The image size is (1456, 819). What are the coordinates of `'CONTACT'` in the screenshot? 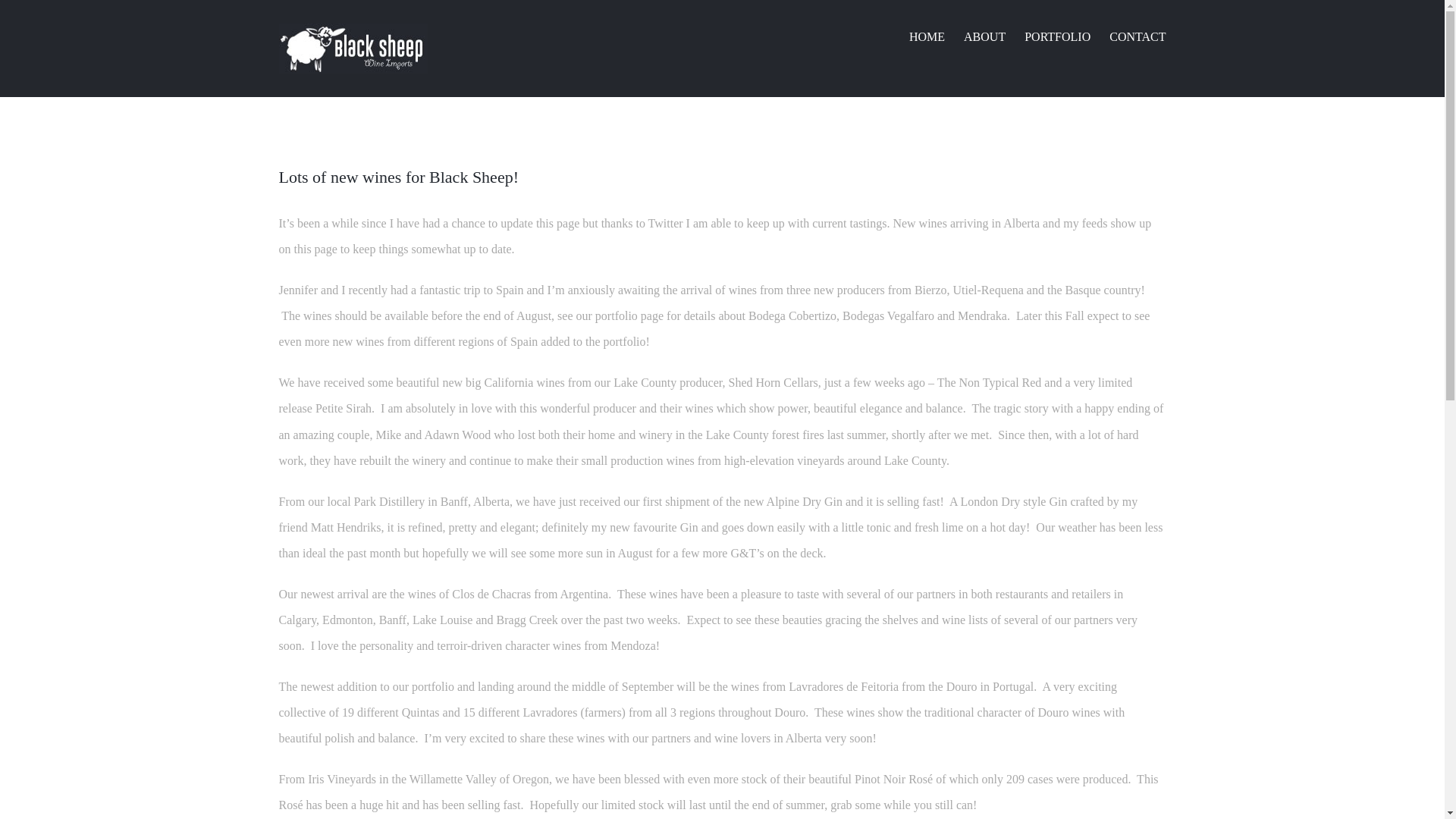 It's located at (1137, 35).